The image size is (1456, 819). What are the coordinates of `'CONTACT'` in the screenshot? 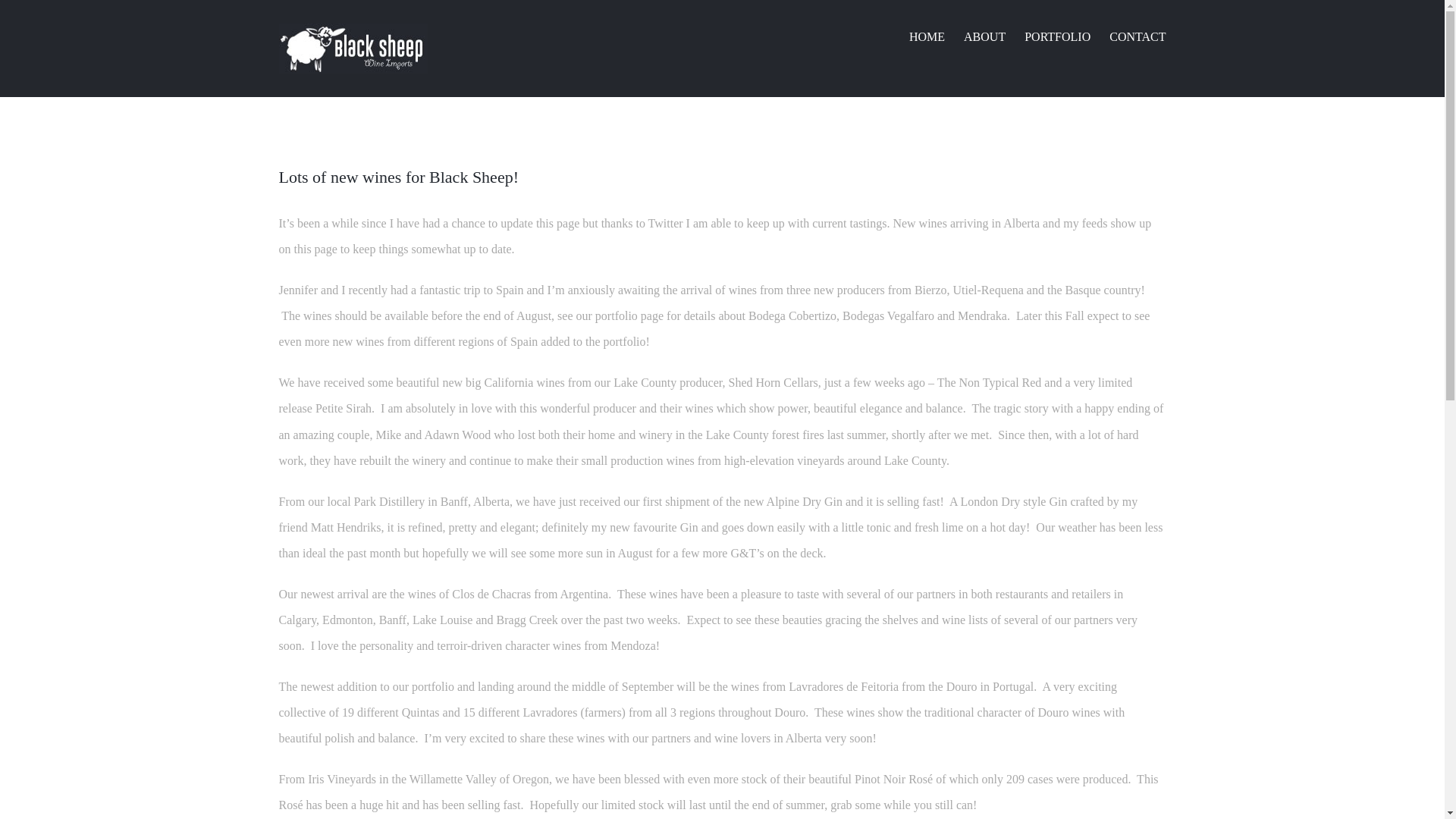 It's located at (1137, 35).